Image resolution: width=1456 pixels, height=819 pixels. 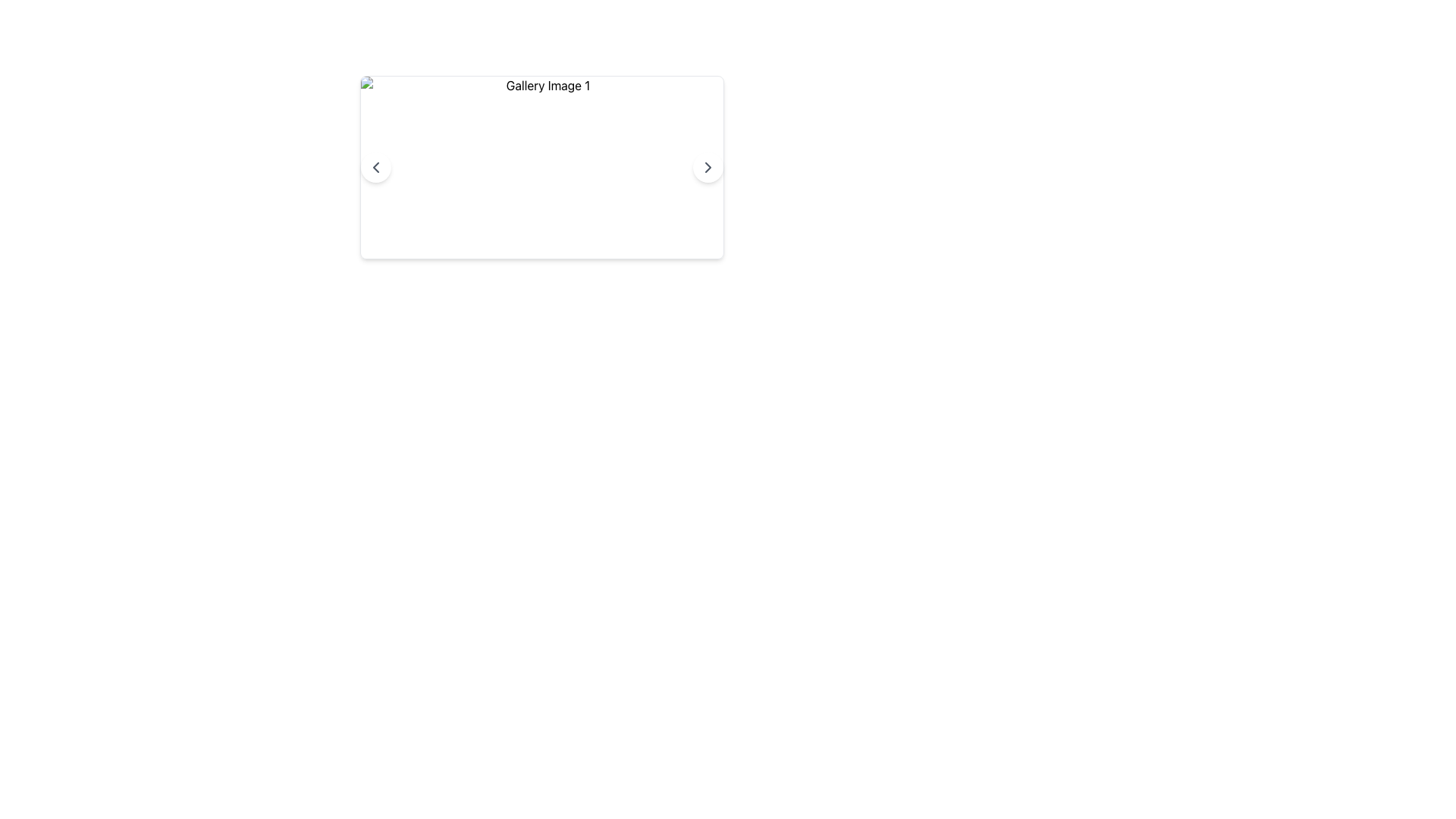 I want to click on the third circular indicator with a light gray background, so click(x=560, y=271).